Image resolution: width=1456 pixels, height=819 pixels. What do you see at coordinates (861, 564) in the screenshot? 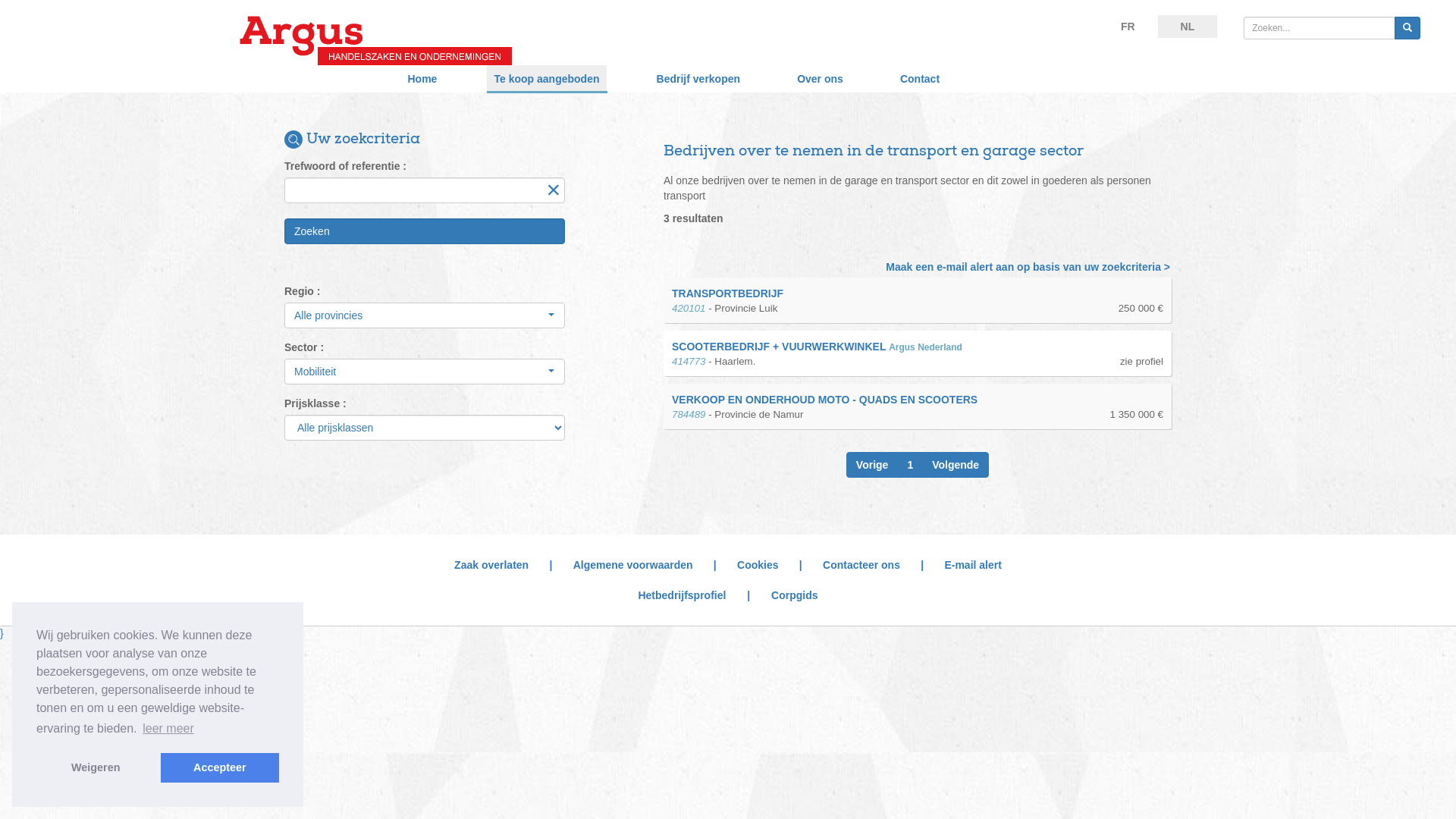
I see `'Contacteer ons'` at bounding box center [861, 564].